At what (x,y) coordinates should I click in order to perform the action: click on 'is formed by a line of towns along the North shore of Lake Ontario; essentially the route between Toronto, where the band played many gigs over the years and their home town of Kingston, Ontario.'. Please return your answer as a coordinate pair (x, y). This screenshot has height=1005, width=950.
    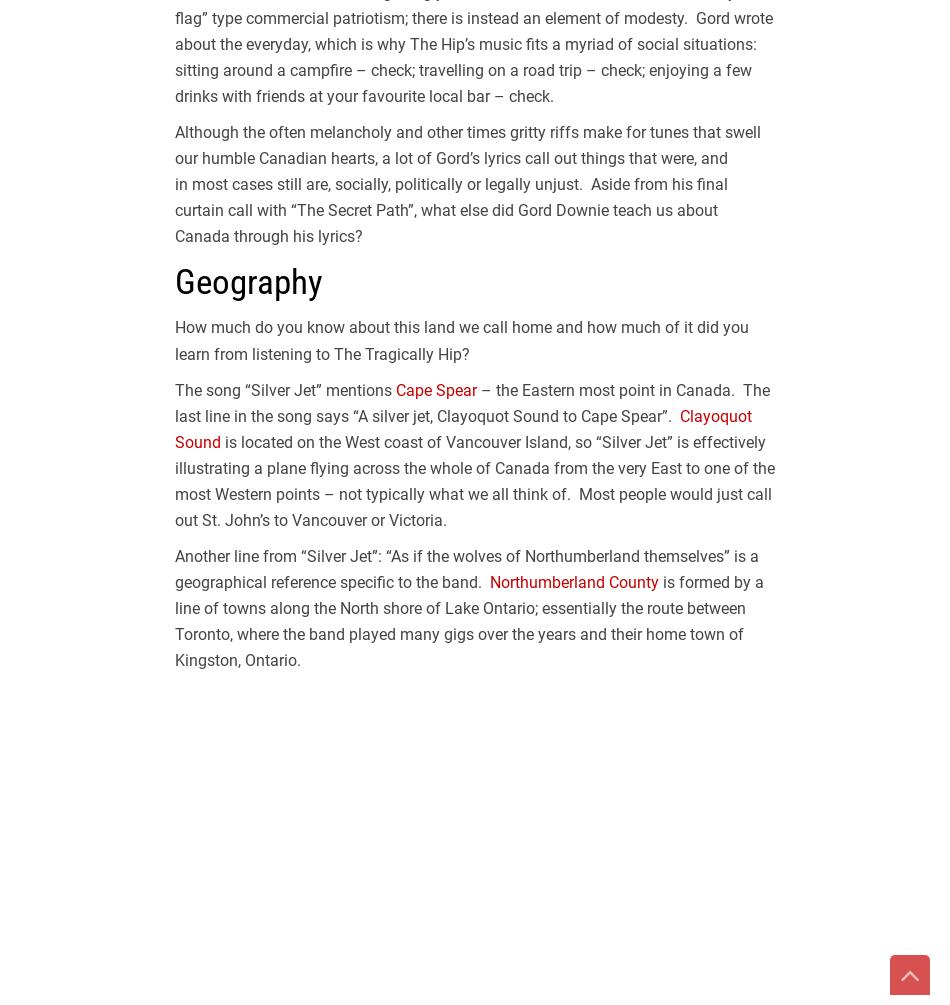
    Looking at the image, I should click on (468, 620).